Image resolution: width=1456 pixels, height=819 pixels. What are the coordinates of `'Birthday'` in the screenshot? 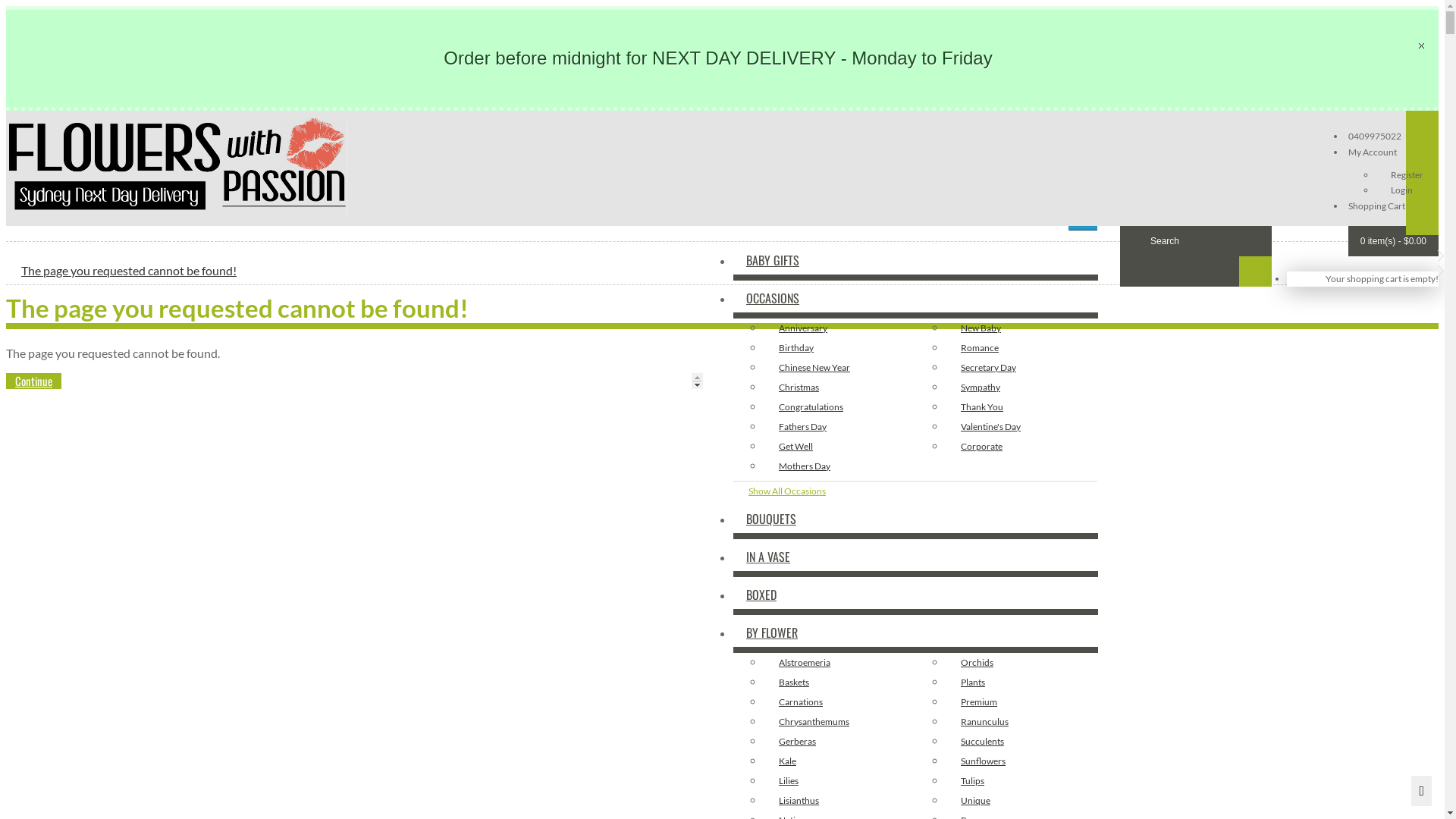 It's located at (839, 348).